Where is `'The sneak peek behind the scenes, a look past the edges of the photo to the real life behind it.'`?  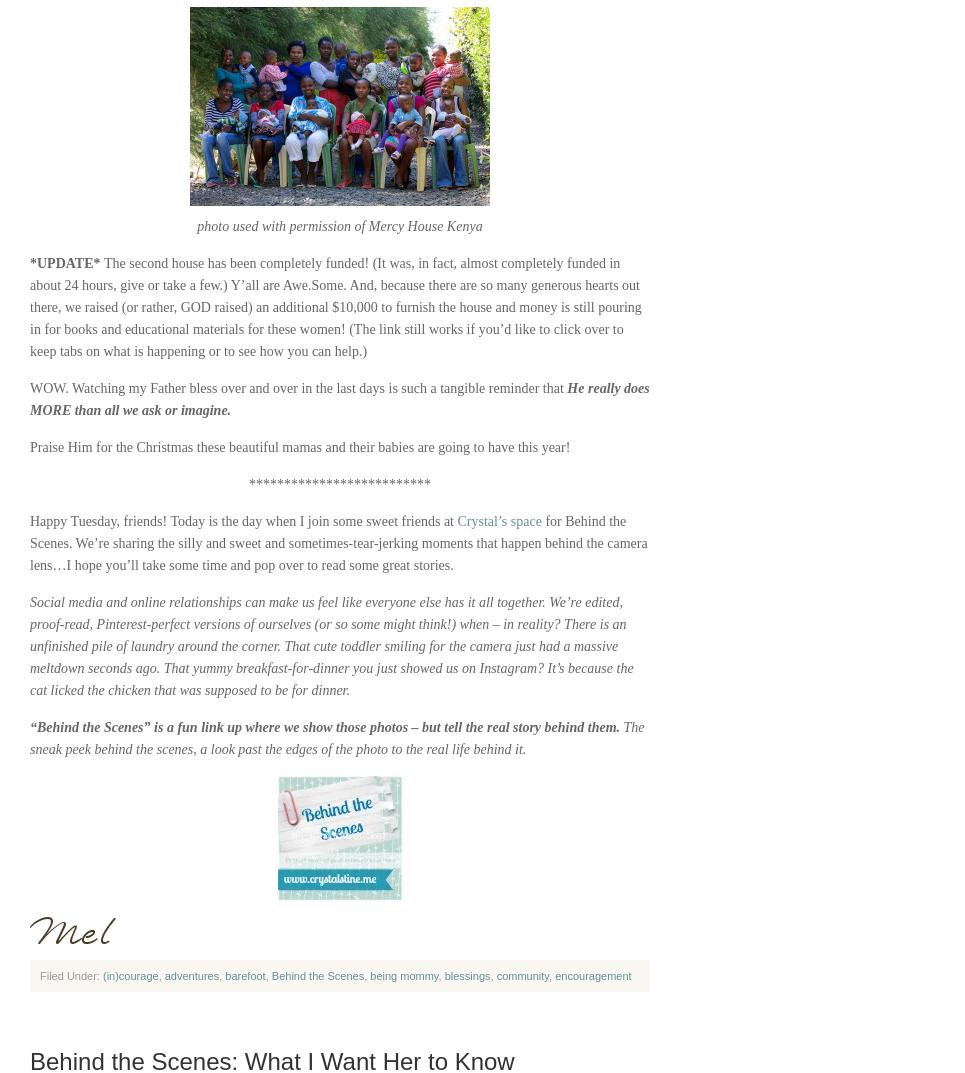
'The sneak peek behind the scenes, a look past the edges of the photo to the real life behind it.' is located at coordinates (336, 737).